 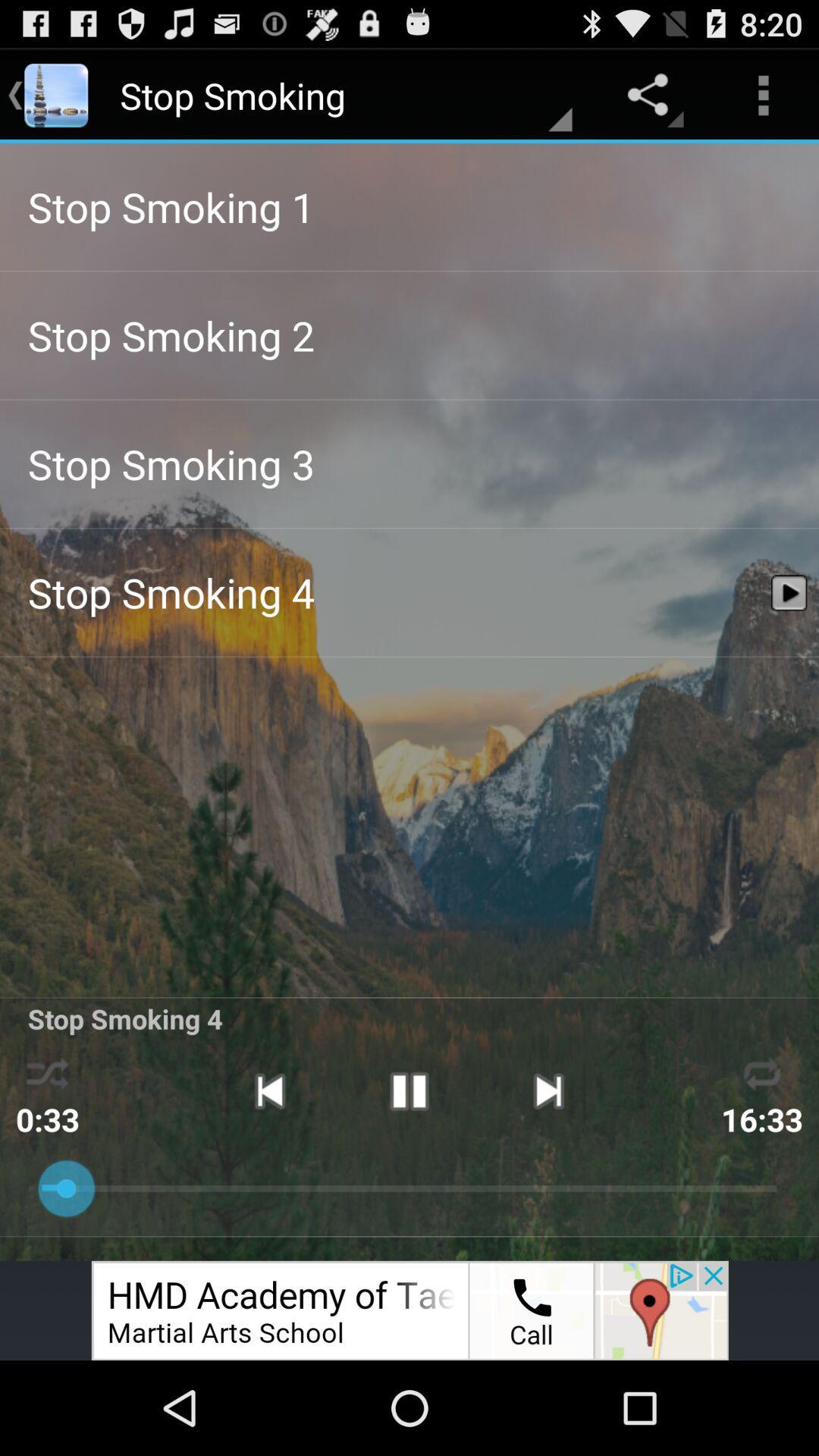 What do you see at coordinates (409, 1310) in the screenshot?
I see `space where you access advertising` at bounding box center [409, 1310].